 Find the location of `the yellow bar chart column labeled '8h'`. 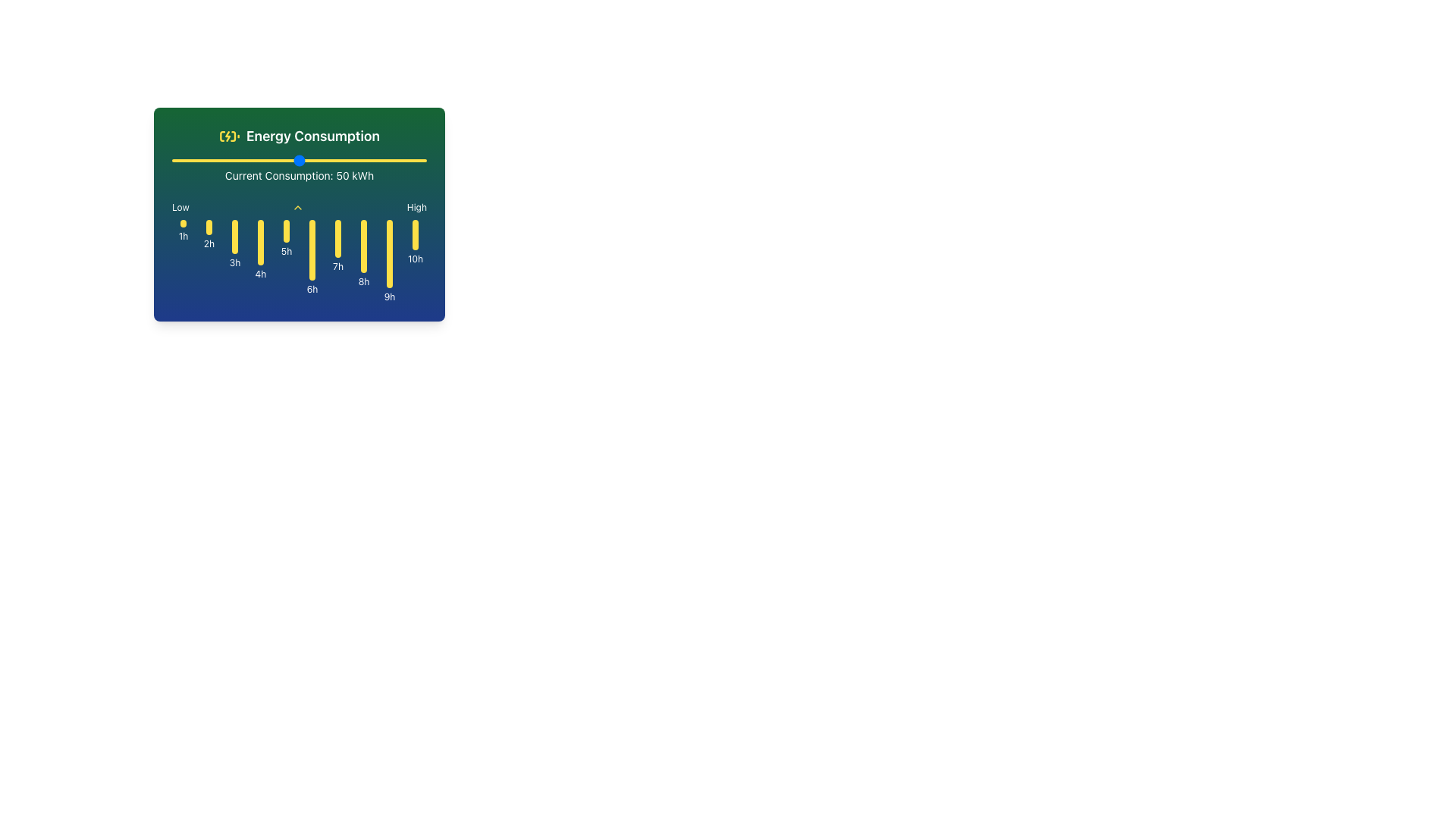

the yellow bar chart column labeled '8h' is located at coordinates (364, 260).